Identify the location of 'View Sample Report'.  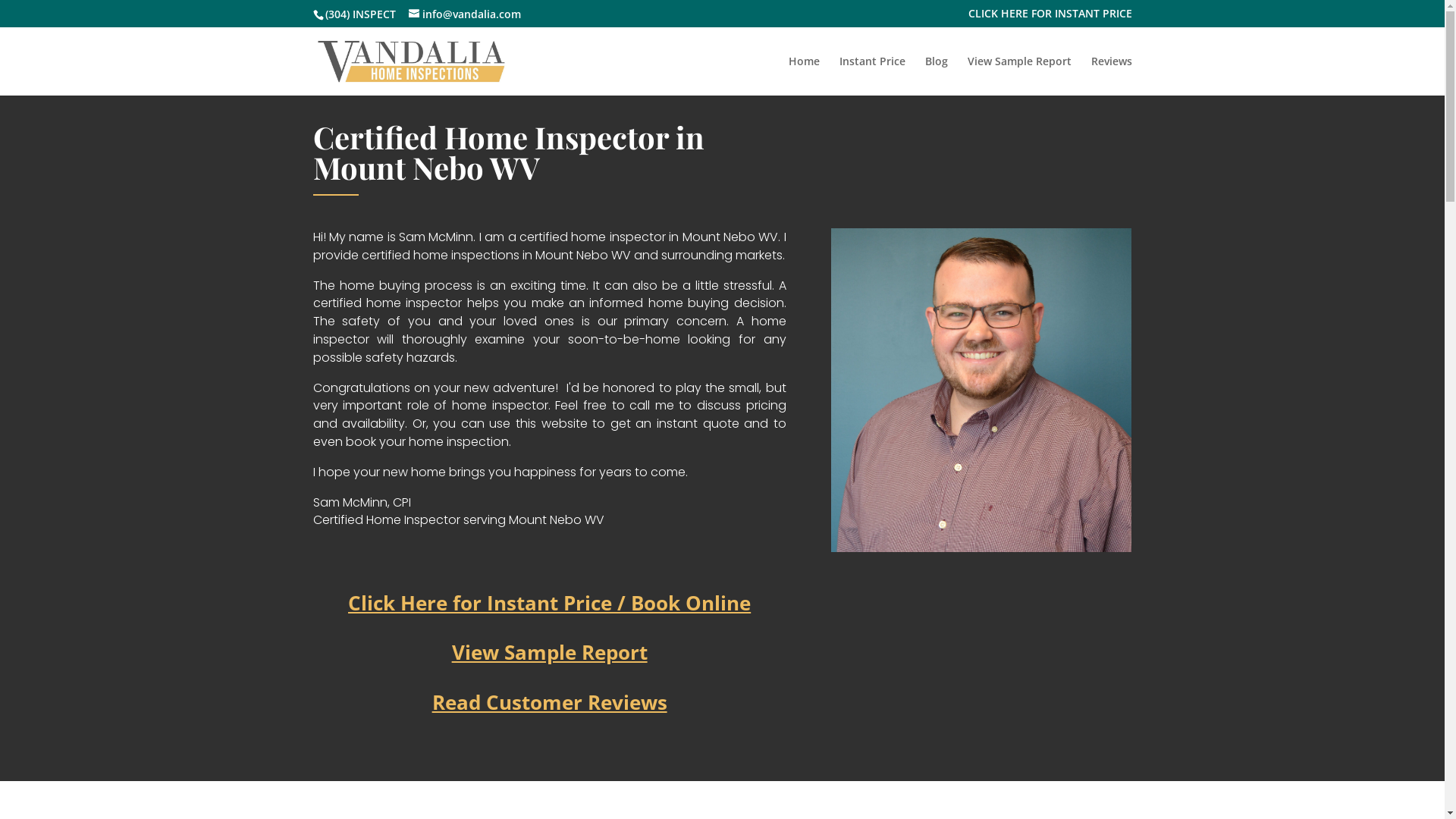
(967, 76).